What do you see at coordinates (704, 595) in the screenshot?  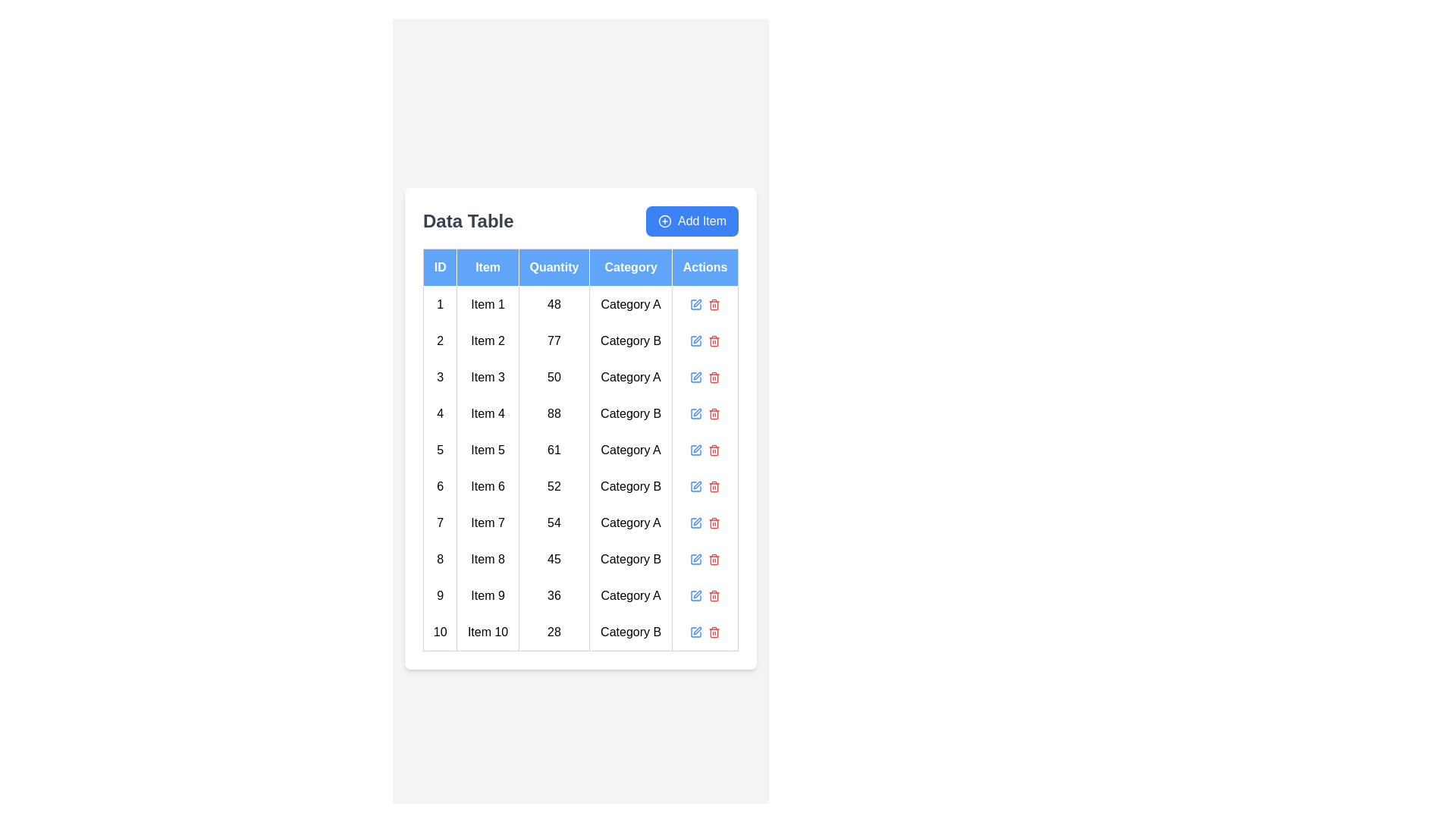 I see `the action panel containing interactive buttons for 'Item 9 - Category A'` at bounding box center [704, 595].